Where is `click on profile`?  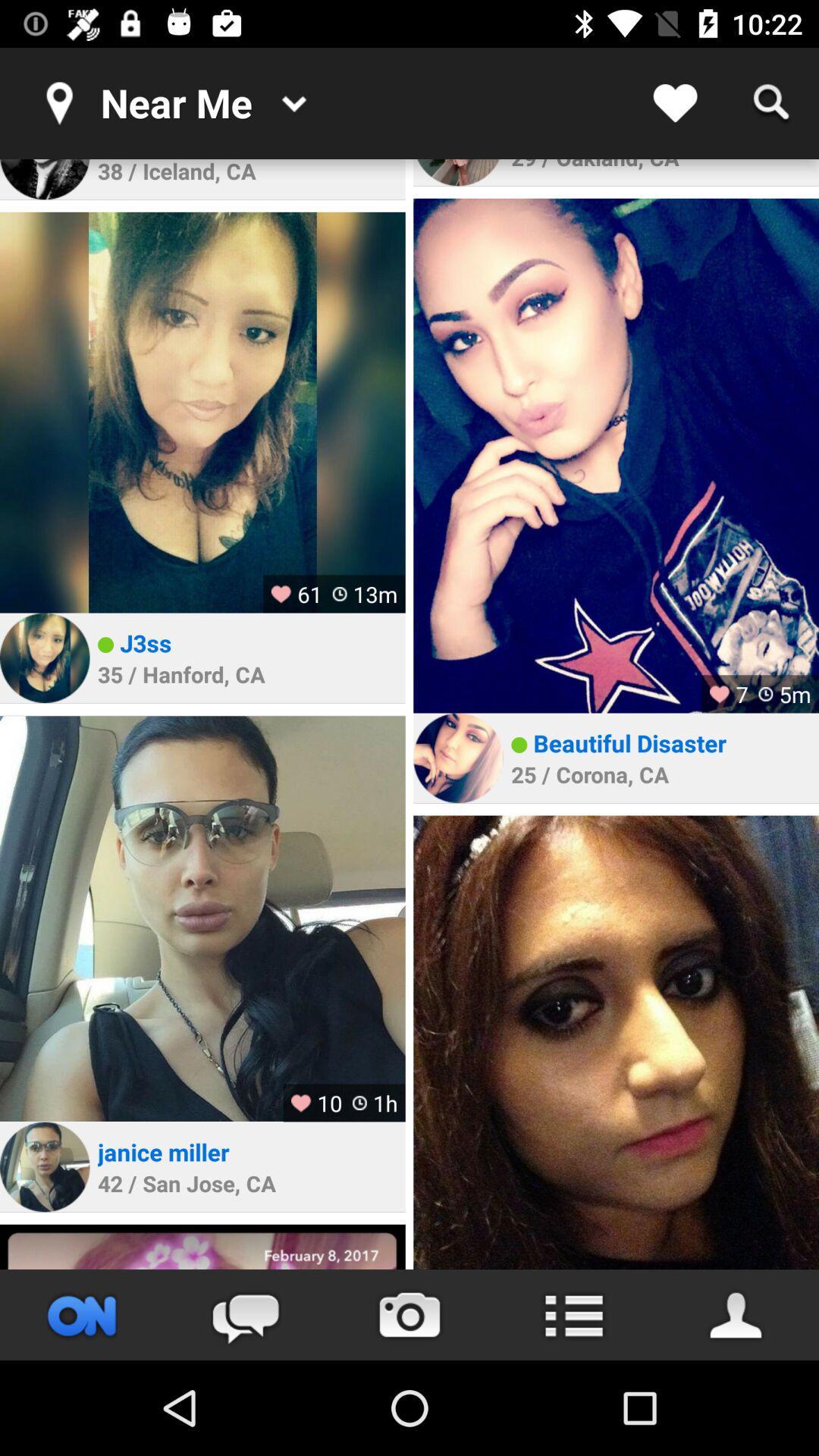 click on profile is located at coordinates (457, 172).